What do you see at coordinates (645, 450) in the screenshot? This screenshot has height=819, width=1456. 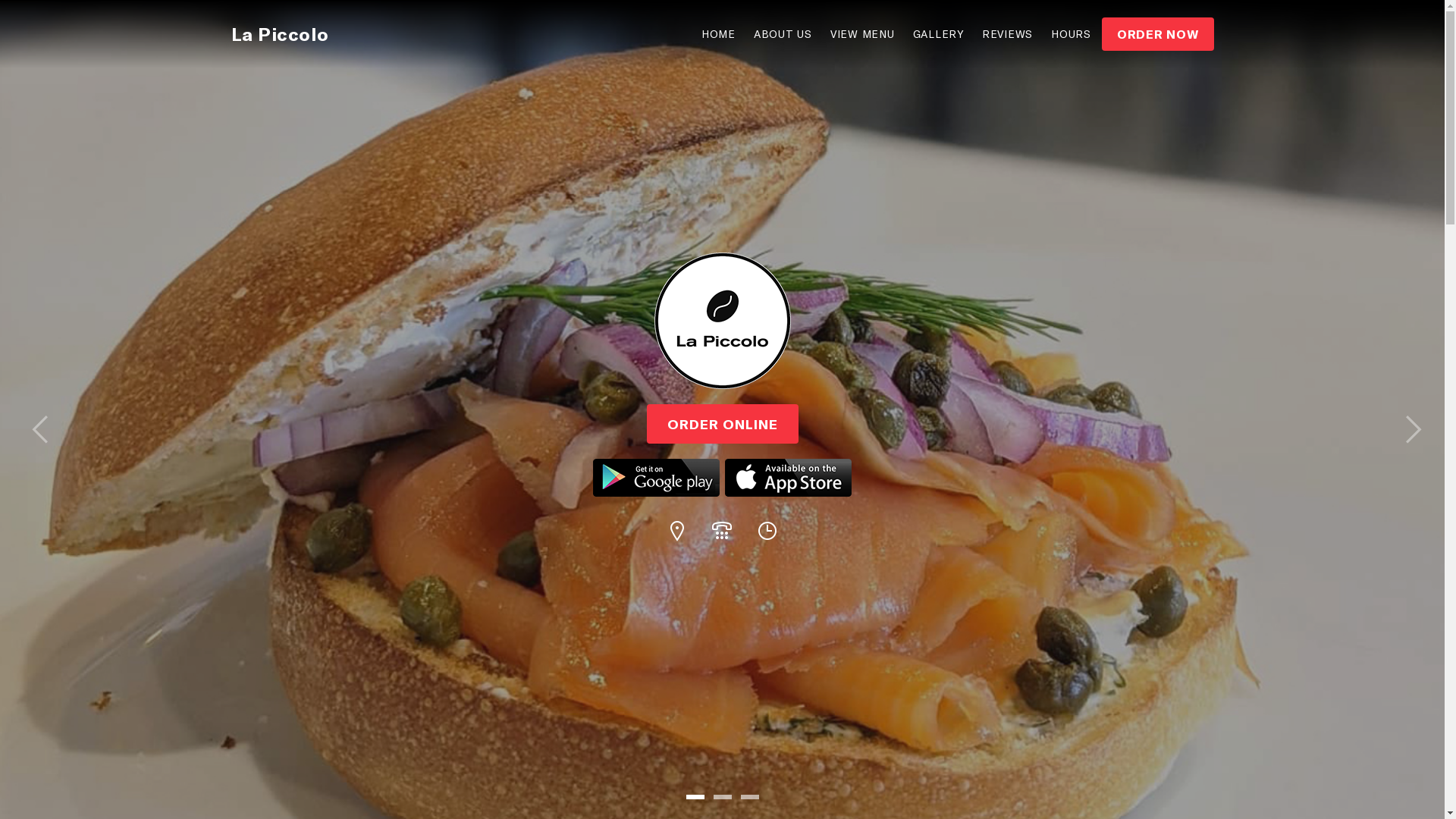 I see `'ORDER ONLINE'` at bounding box center [645, 450].